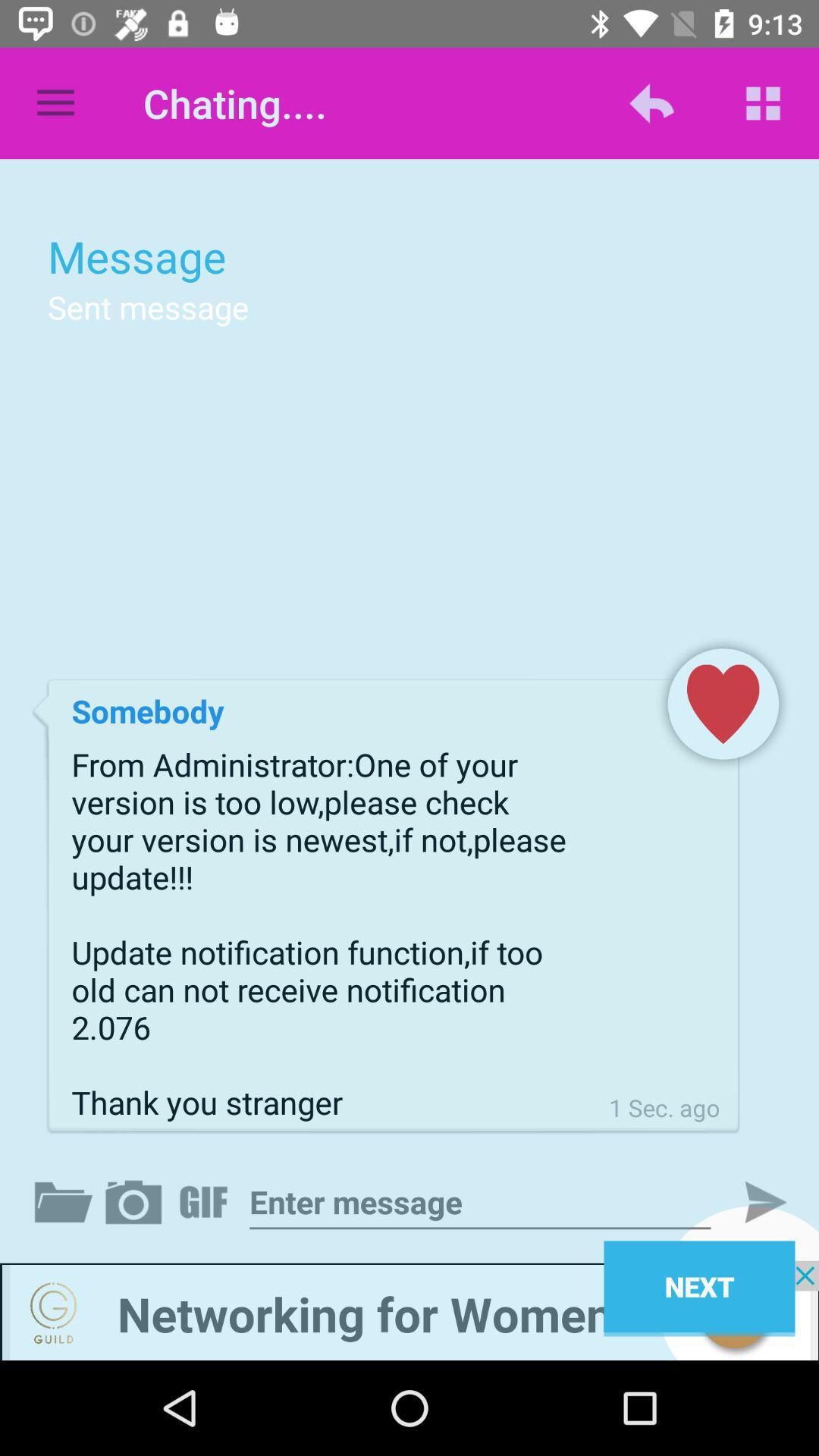 The image size is (819, 1456). What do you see at coordinates (480, 1201) in the screenshot?
I see `address page` at bounding box center [480, 1201].